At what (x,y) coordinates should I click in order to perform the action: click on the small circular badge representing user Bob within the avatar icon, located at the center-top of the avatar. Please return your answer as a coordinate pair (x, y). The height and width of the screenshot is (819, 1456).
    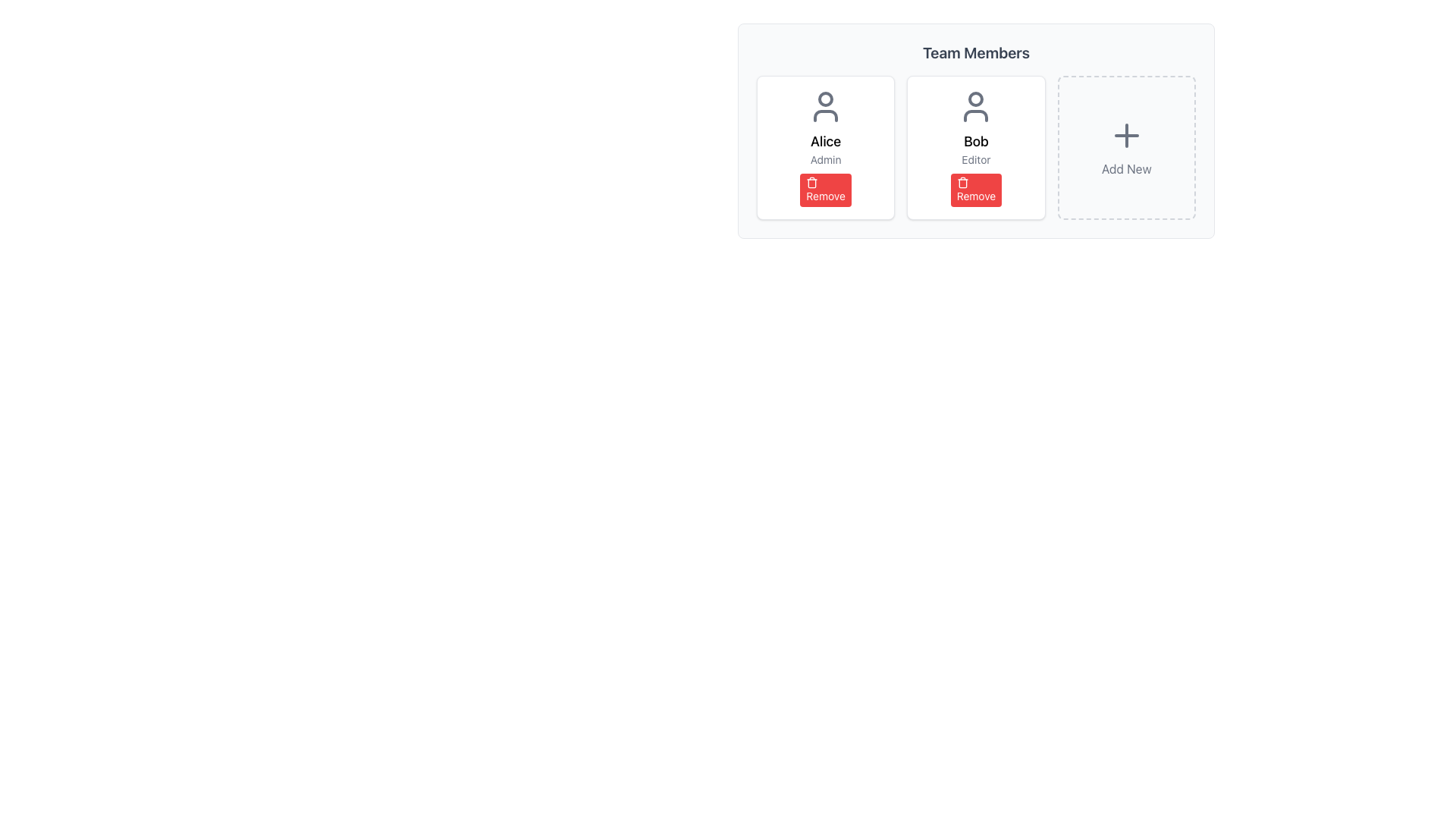
    Looking at the image, I should click on (976, 99).